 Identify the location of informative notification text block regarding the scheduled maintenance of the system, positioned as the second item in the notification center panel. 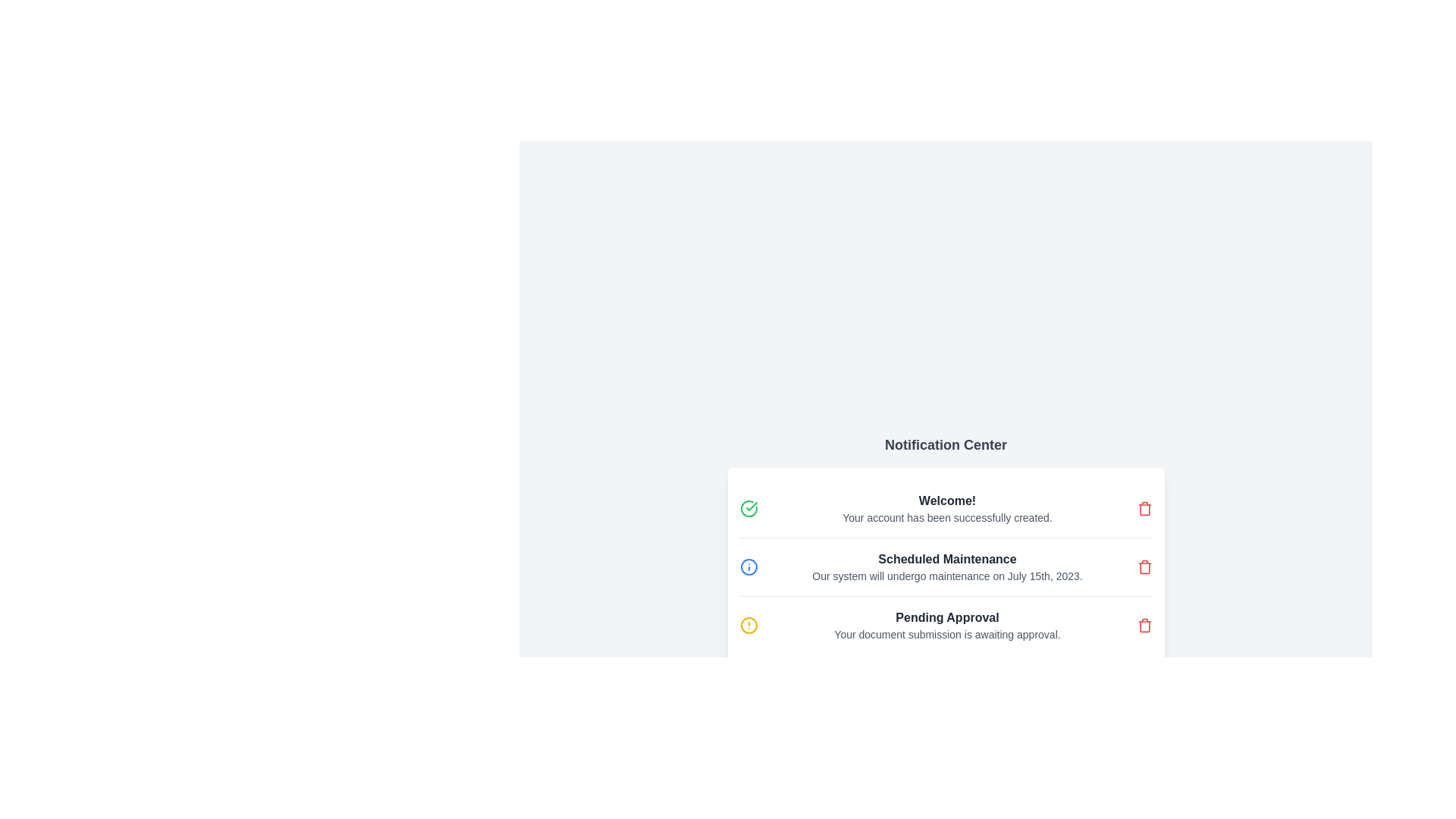
(946, 567).